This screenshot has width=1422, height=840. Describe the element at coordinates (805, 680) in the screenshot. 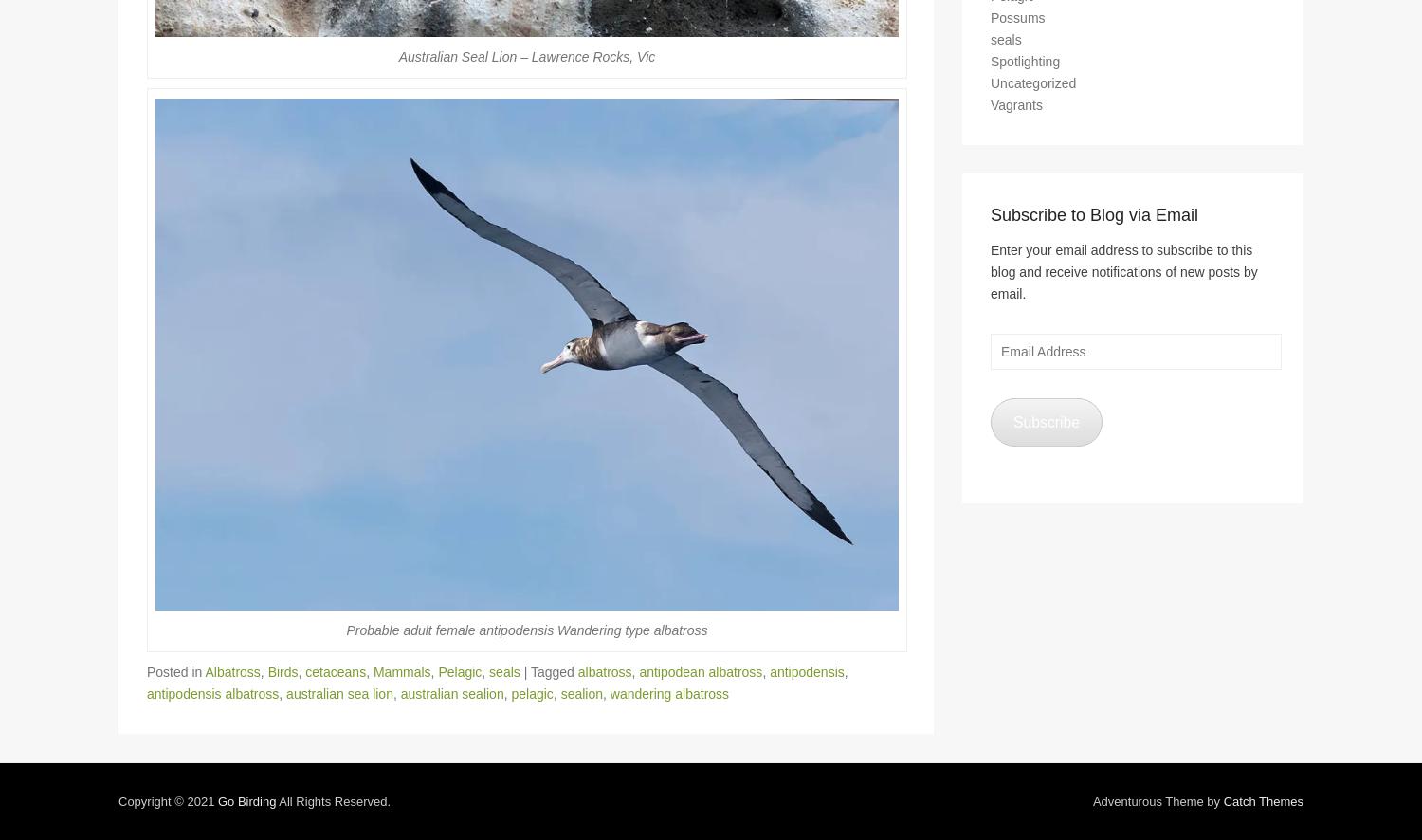

I see `'antipodensis'` at that location.